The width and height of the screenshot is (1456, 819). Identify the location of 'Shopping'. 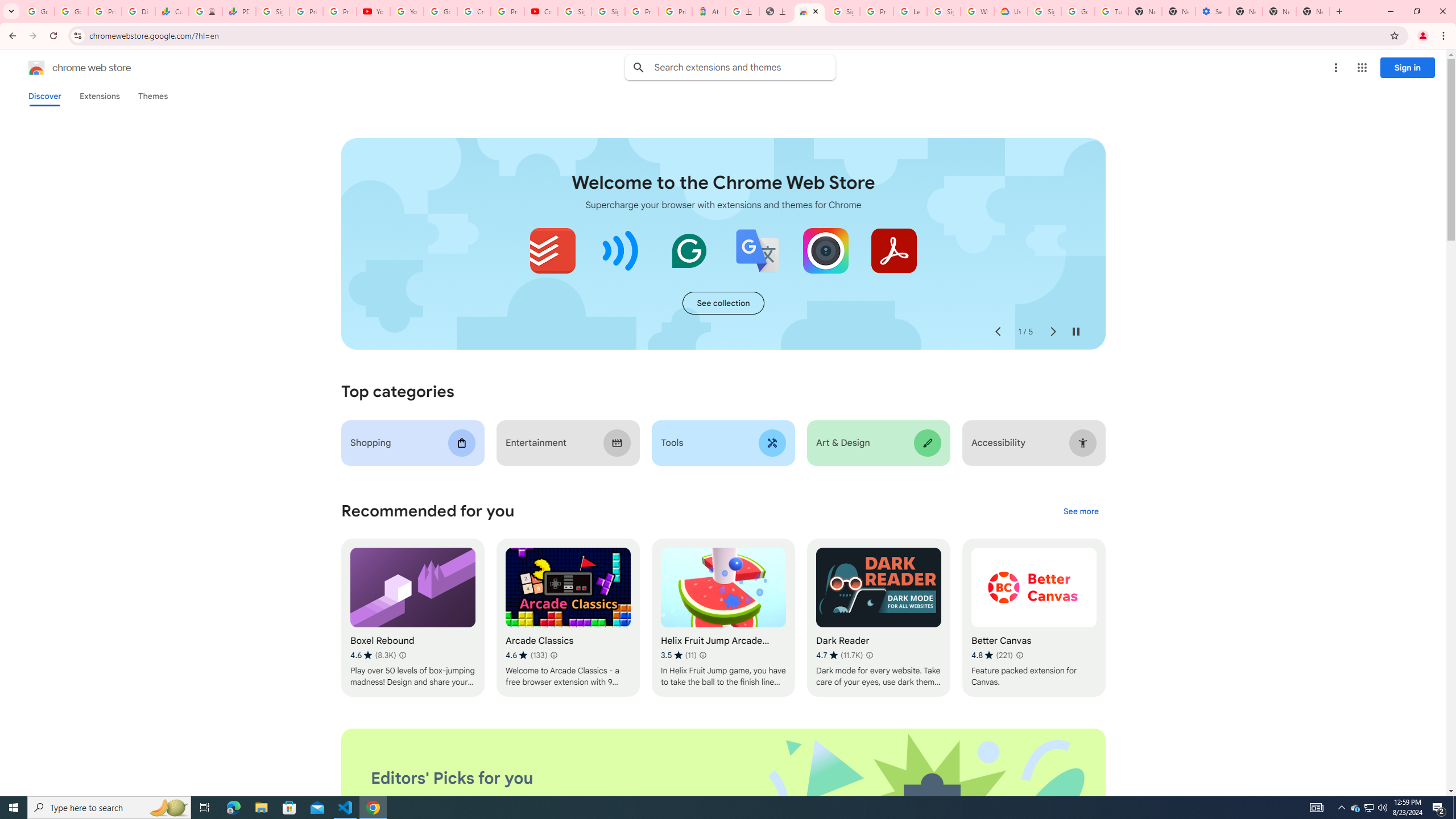
(412, 442).